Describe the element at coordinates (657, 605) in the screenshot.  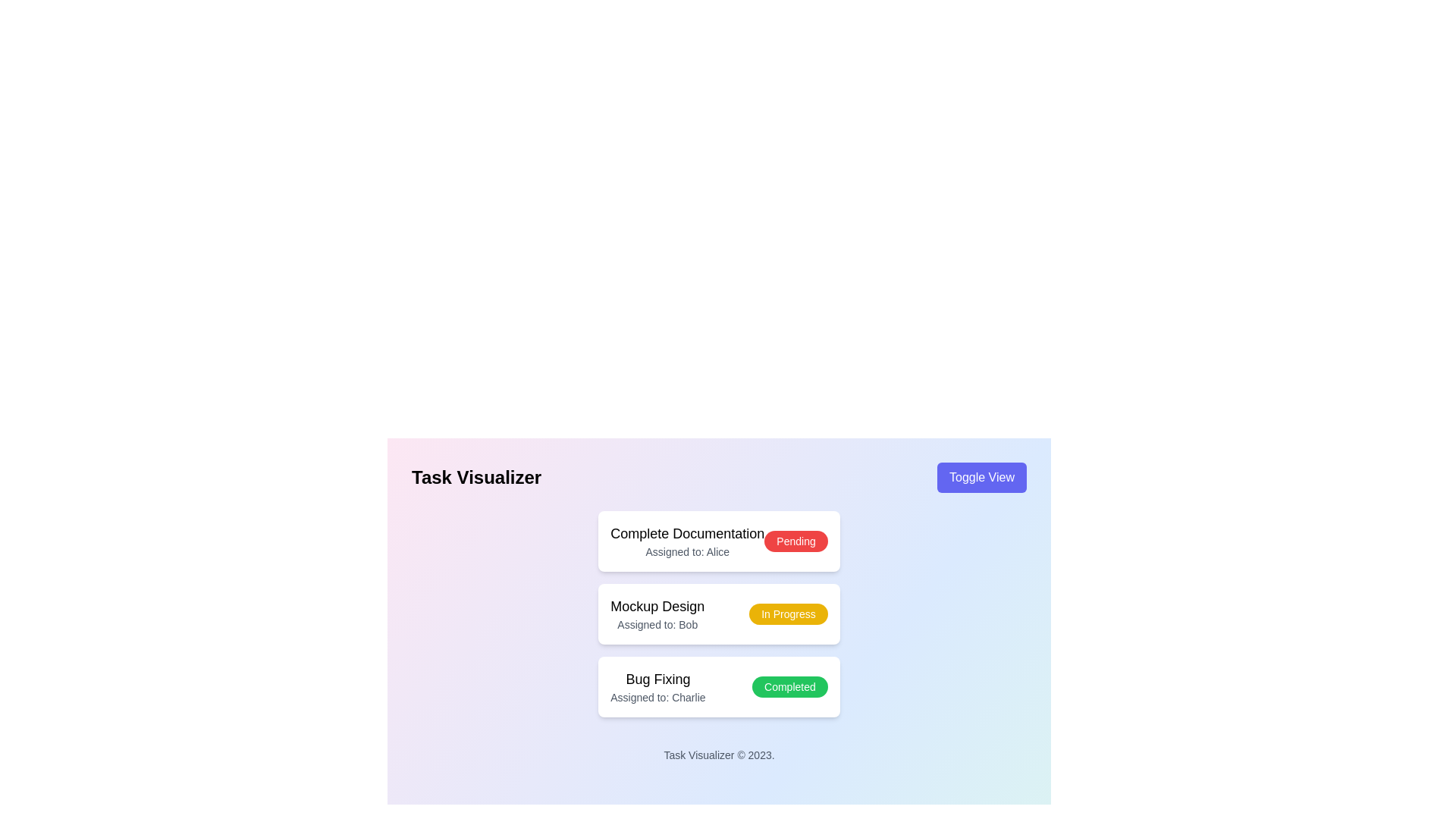
I see `text label that serves as the title of the task card located centrally in the middle task card of the three vertically presented task cards` at that location.